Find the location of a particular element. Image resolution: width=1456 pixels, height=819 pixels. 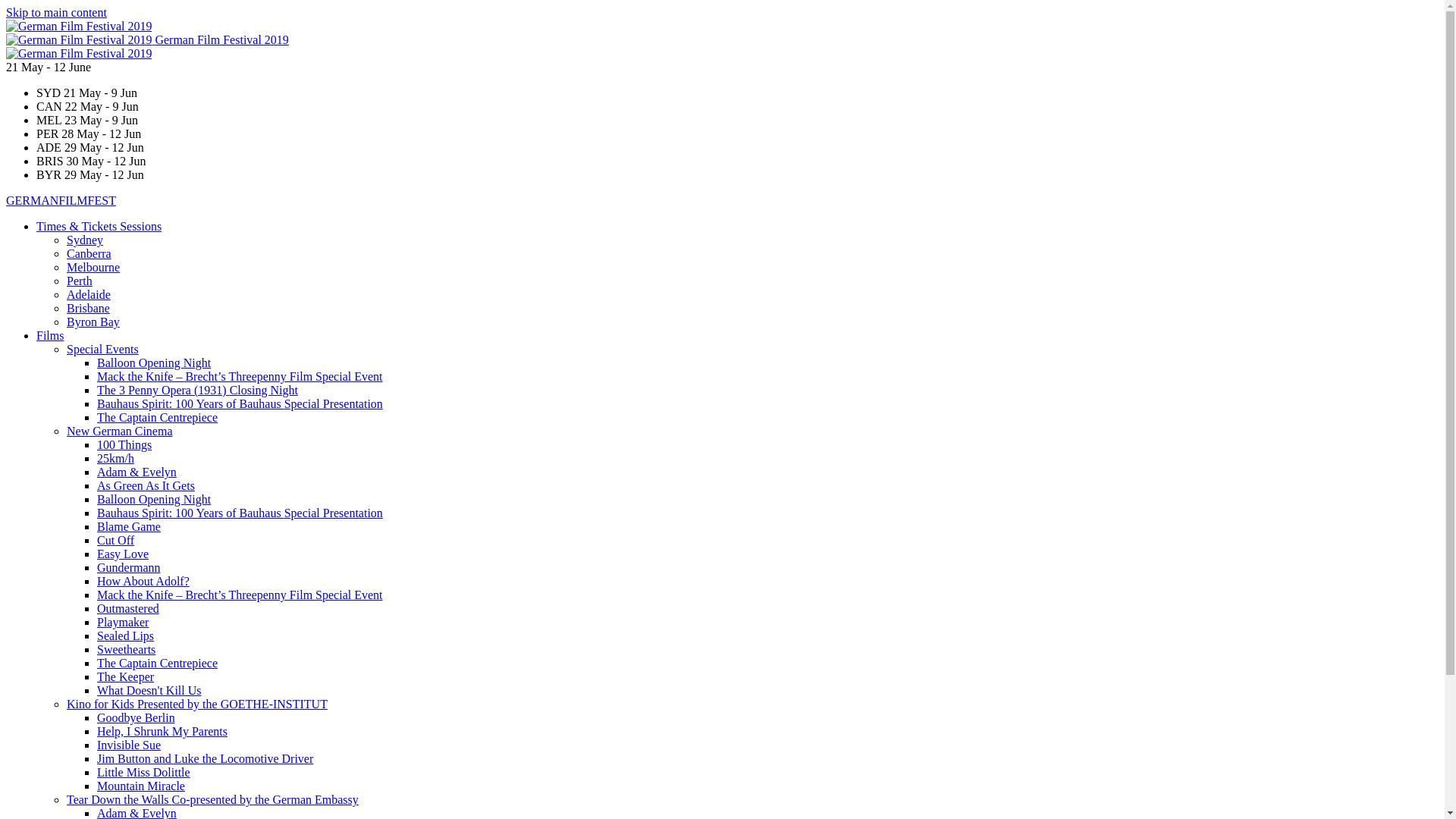

'Help, I Shrunk My Parents' is located at coordinates (162, 730).